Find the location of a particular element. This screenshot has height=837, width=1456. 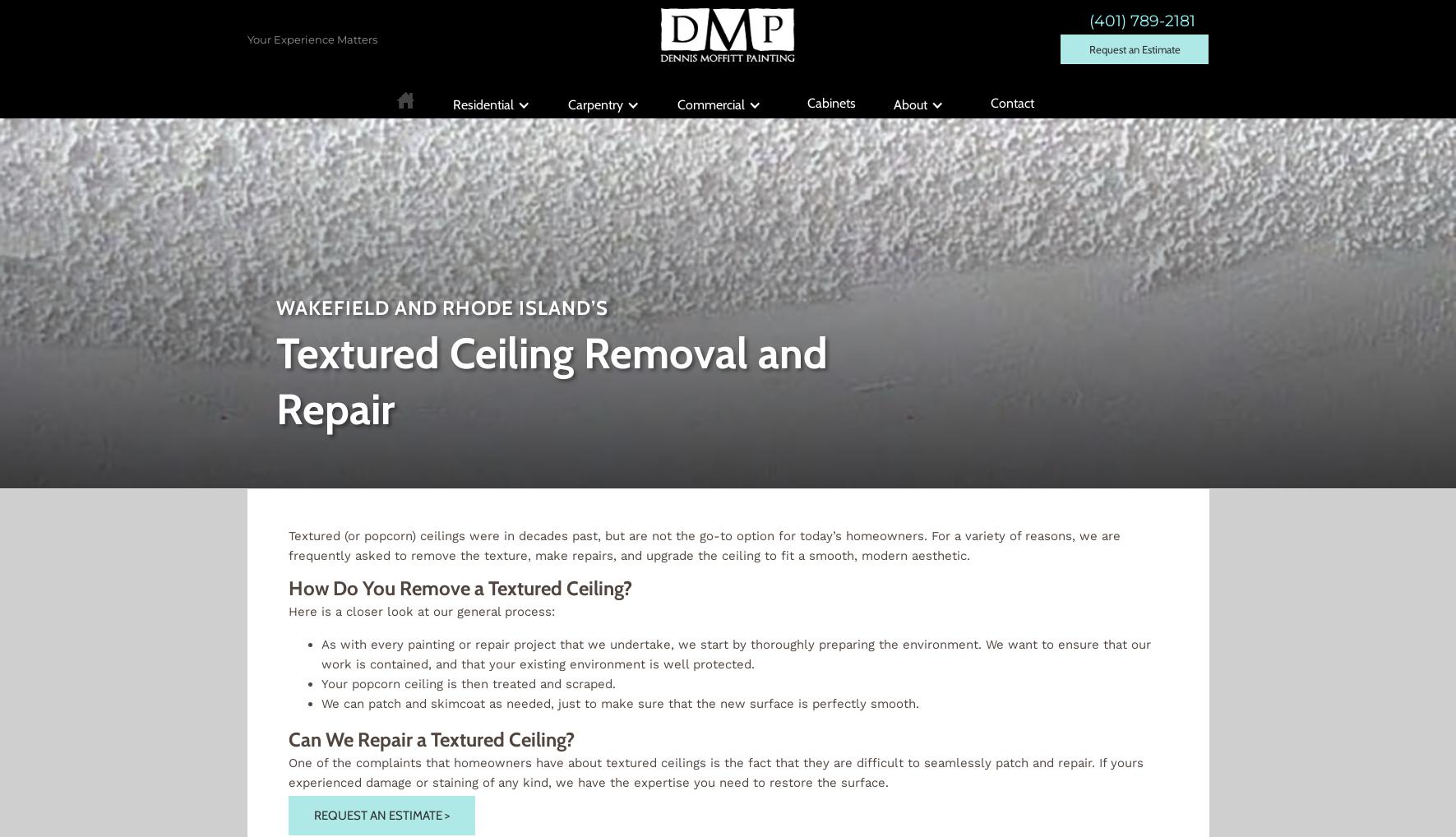

'Textured Ceiling Removal and Repair' is located at coordinates (275, 381).